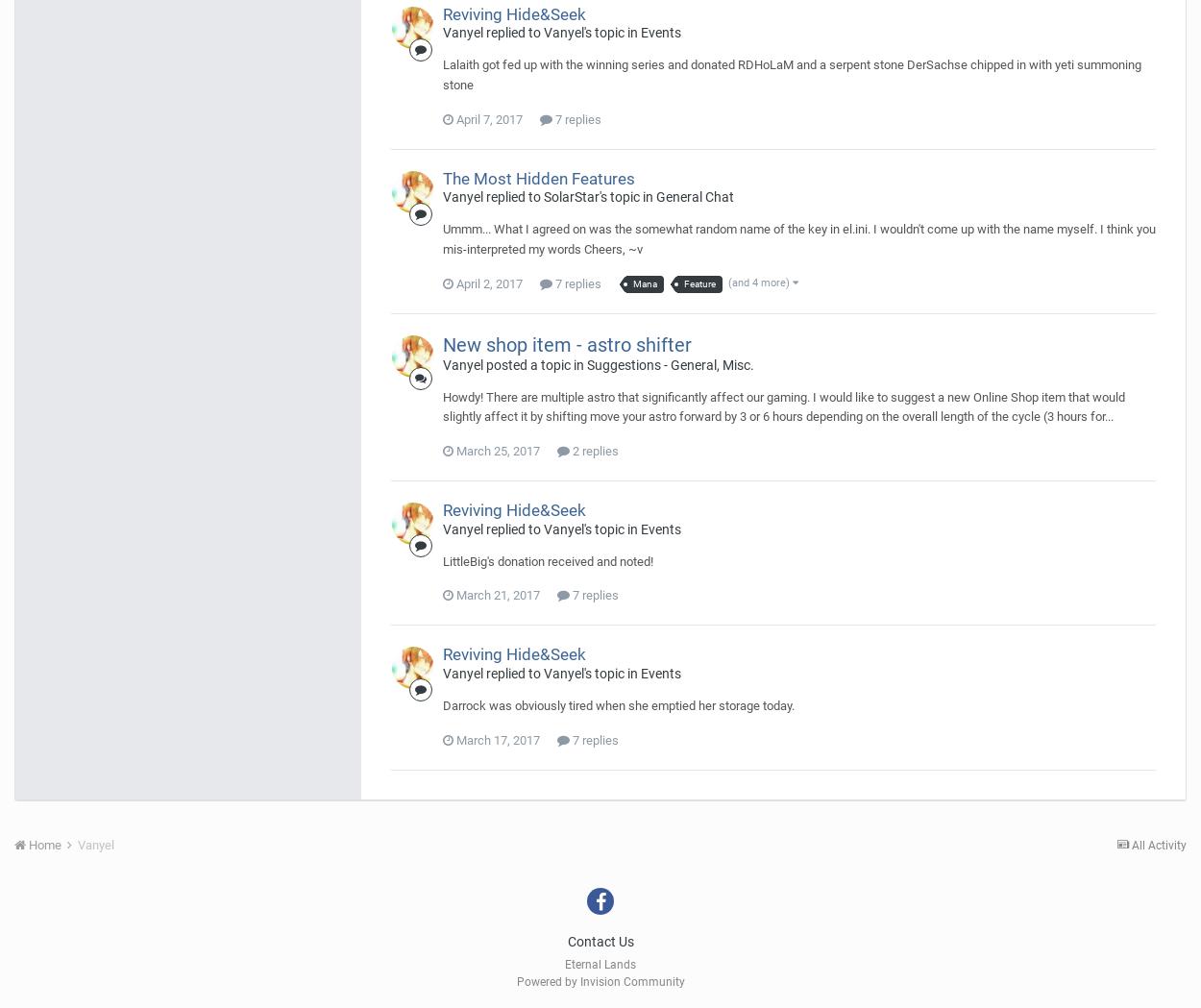 This screenshot has height=1008, width=1201. Describe the element at coordinates (539, 177) in the screenshot. I see `'The Most Hidden Features'` at that location.